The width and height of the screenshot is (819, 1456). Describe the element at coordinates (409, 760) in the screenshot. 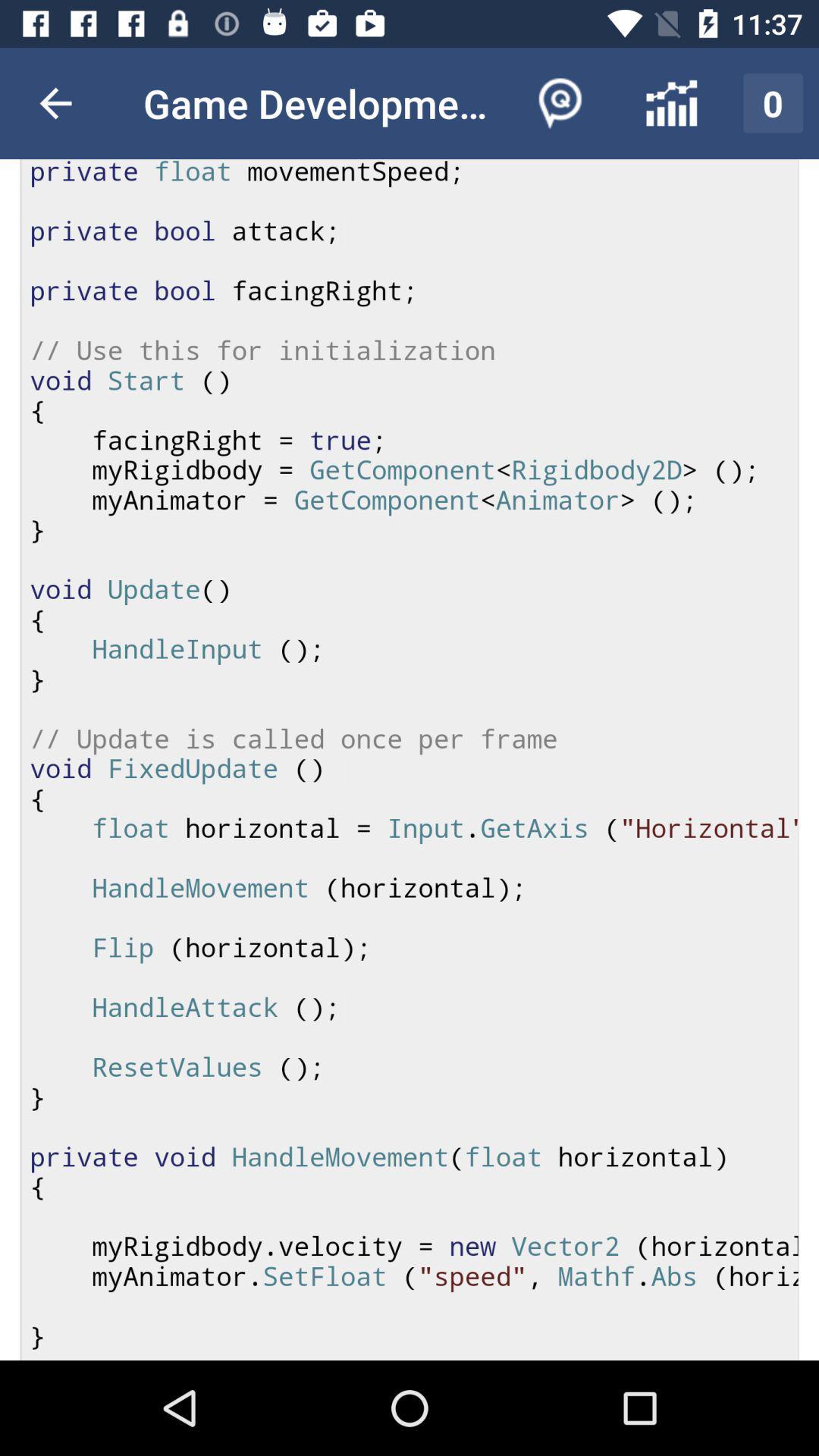

I see `program button` at that location.